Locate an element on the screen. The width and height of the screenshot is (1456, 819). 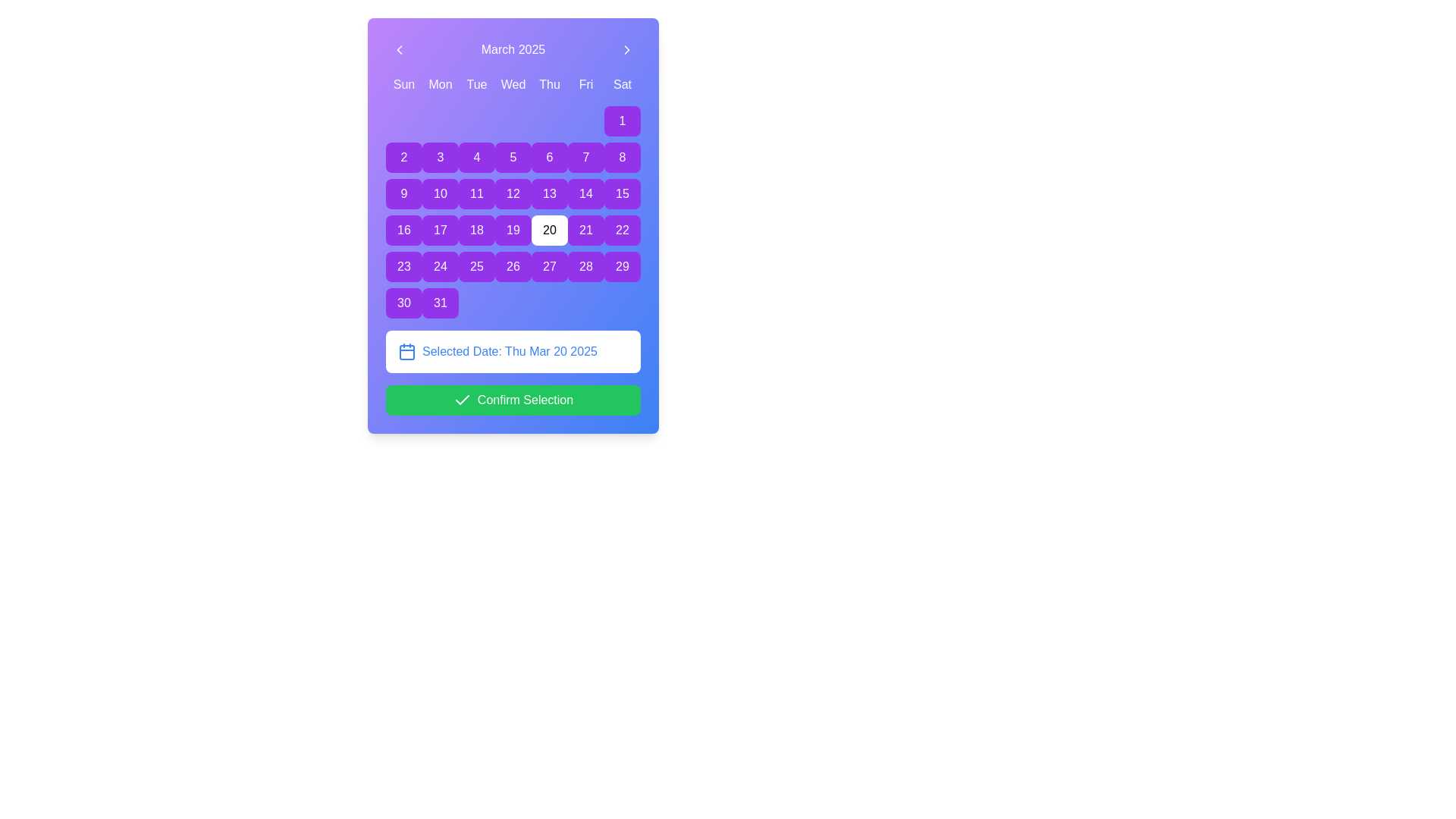
the green button labeled 'Confirm Selection' which contains the checkmark icon situated at its leftmost part is located at coordinates (461, 400).